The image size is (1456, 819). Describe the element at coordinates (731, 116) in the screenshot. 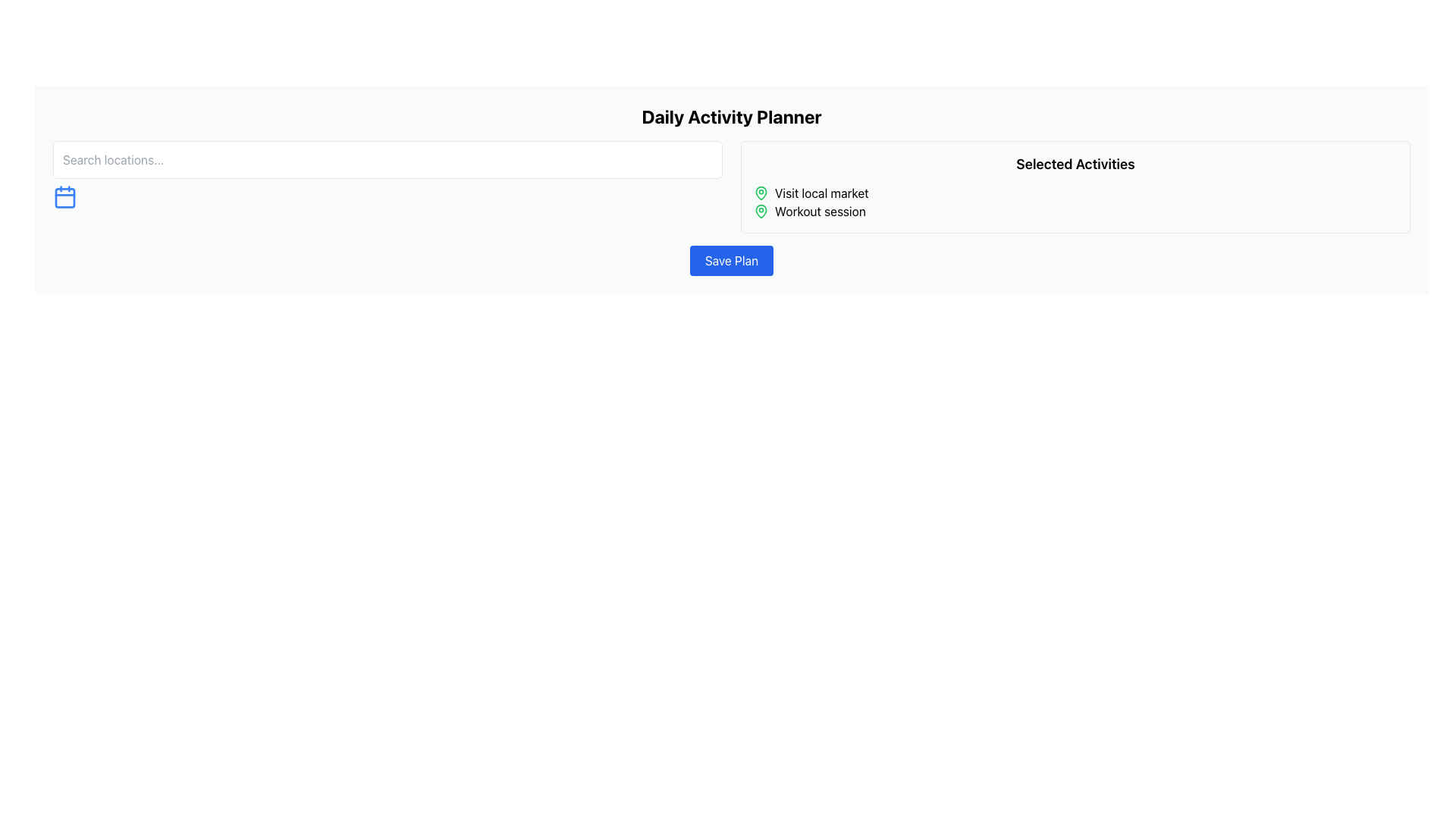

I see `the prominently displayed title 'Daily Activity Planner' at the top of the interface, which is styled with bold, large-sized, centered text` at that location.